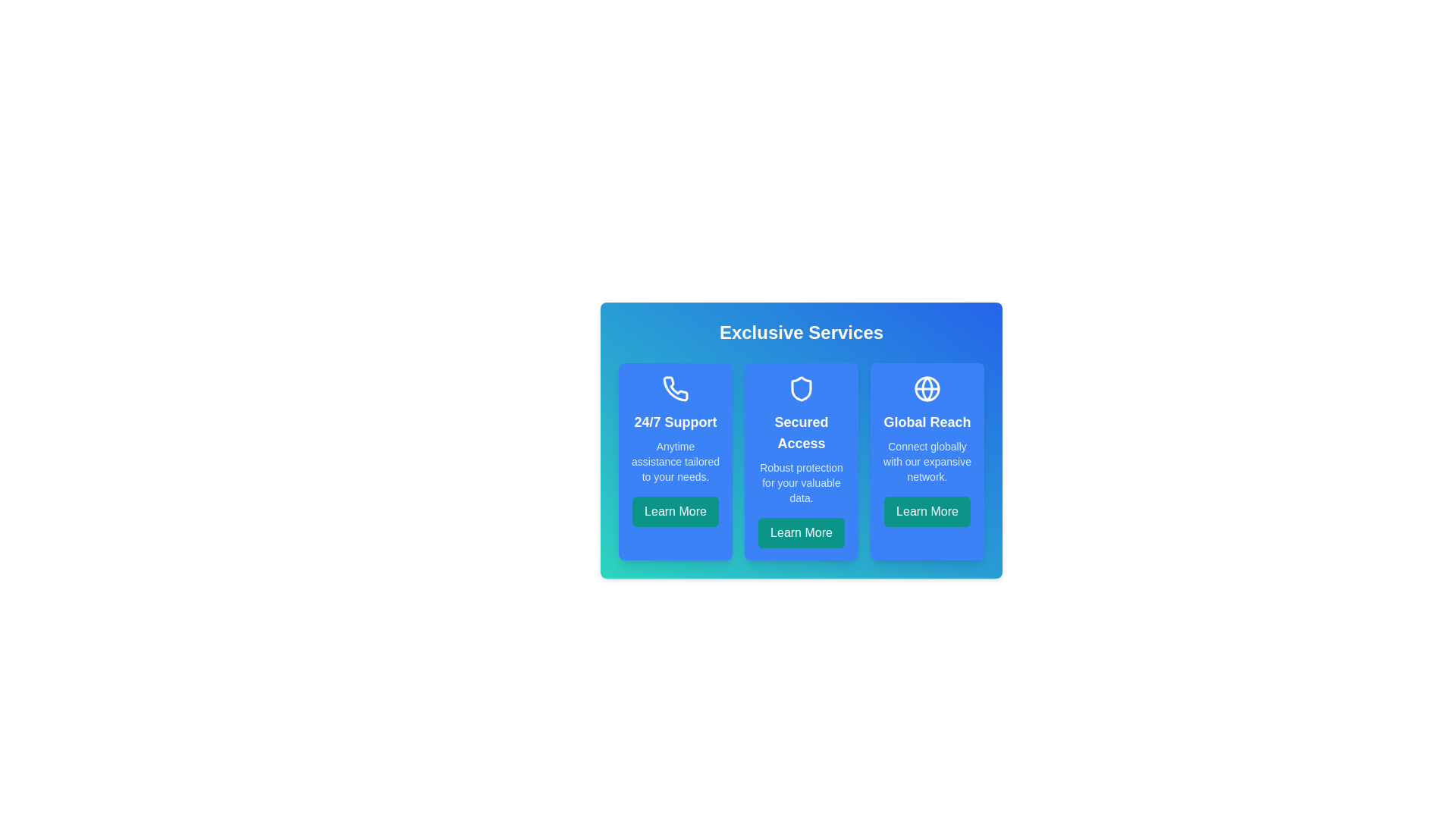  What do you see at coordinates (800, 461) in the screenshot?
I see `the feature card labeled 'Secured Access' to observe the hover effect` at bounding box center [800, 461].